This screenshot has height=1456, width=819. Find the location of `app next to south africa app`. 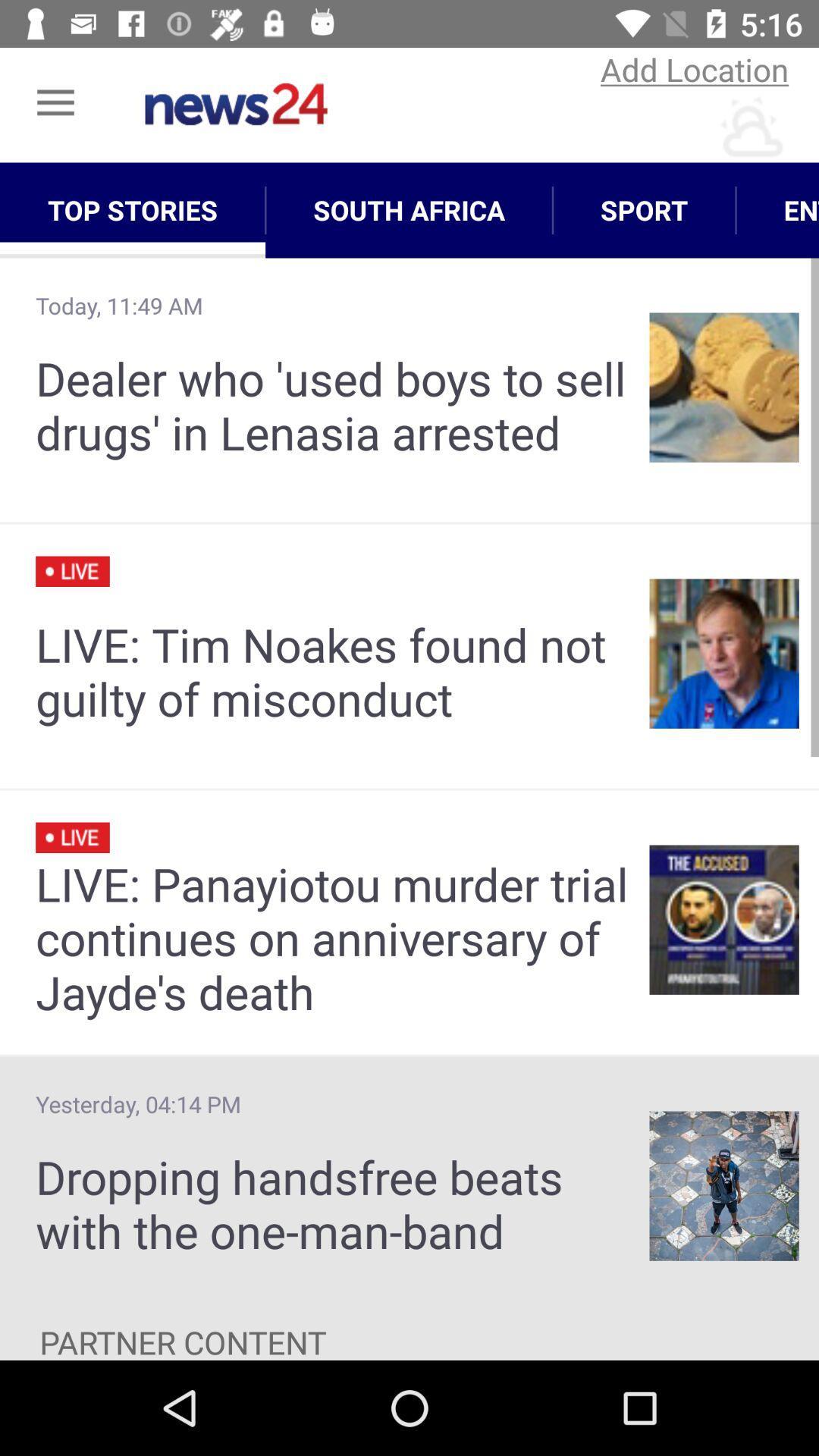

app next to south africa app is located at coordinates (132, 209).